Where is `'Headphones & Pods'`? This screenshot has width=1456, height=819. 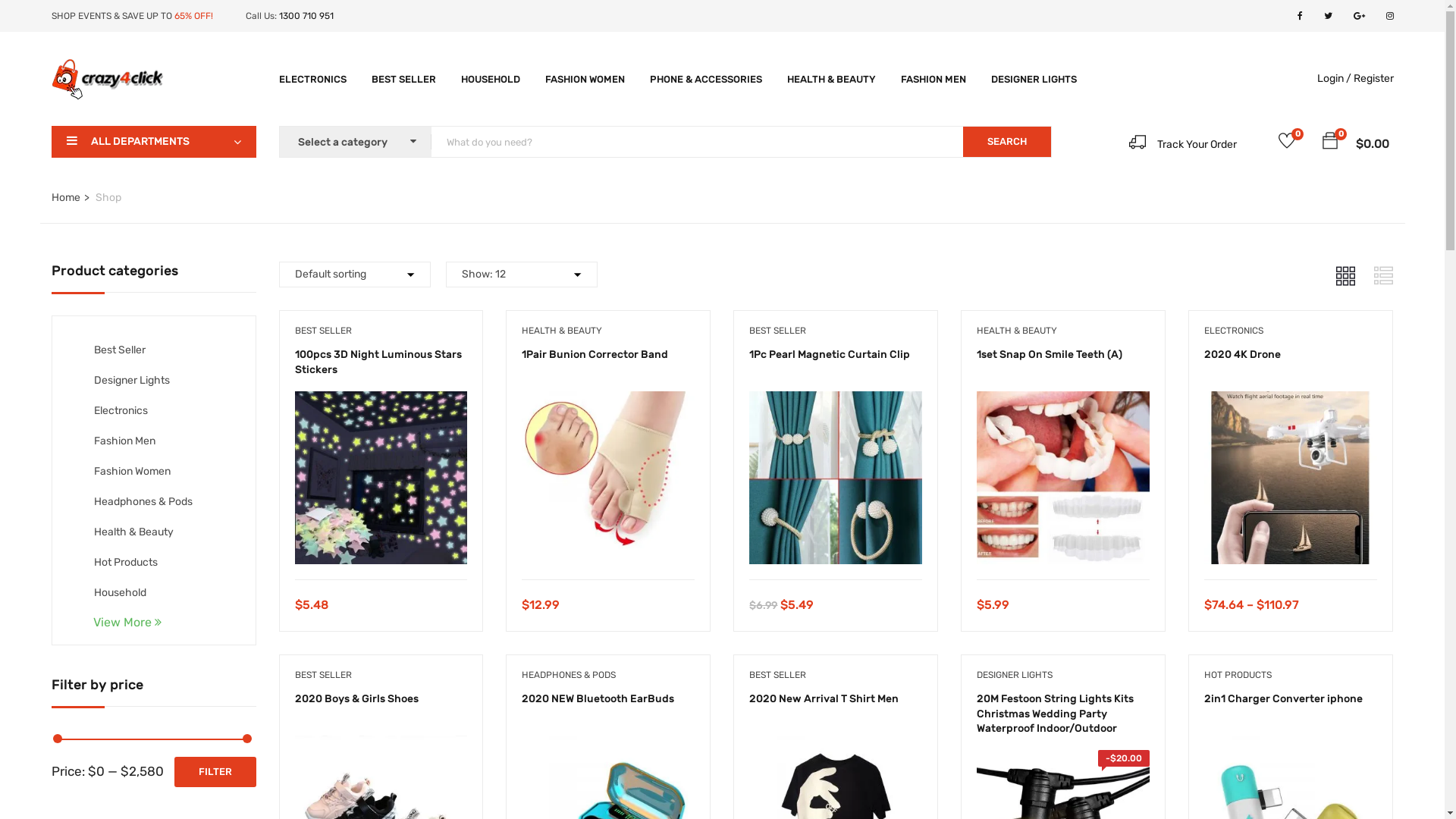 'Headphones & Pods' is located at coordinates (143, 501).